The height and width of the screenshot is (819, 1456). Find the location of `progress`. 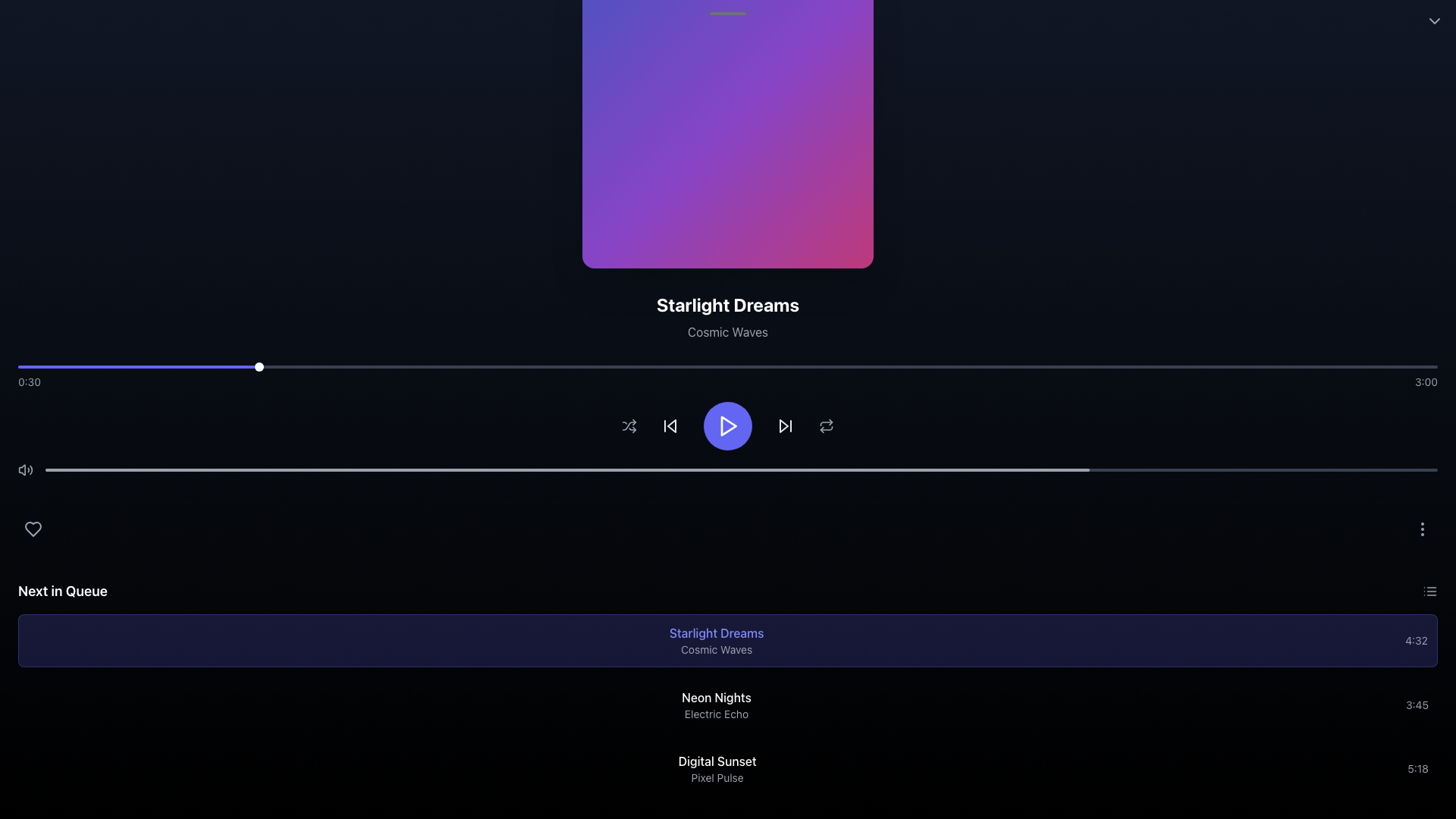

progress is located at coordinates (102, 366).